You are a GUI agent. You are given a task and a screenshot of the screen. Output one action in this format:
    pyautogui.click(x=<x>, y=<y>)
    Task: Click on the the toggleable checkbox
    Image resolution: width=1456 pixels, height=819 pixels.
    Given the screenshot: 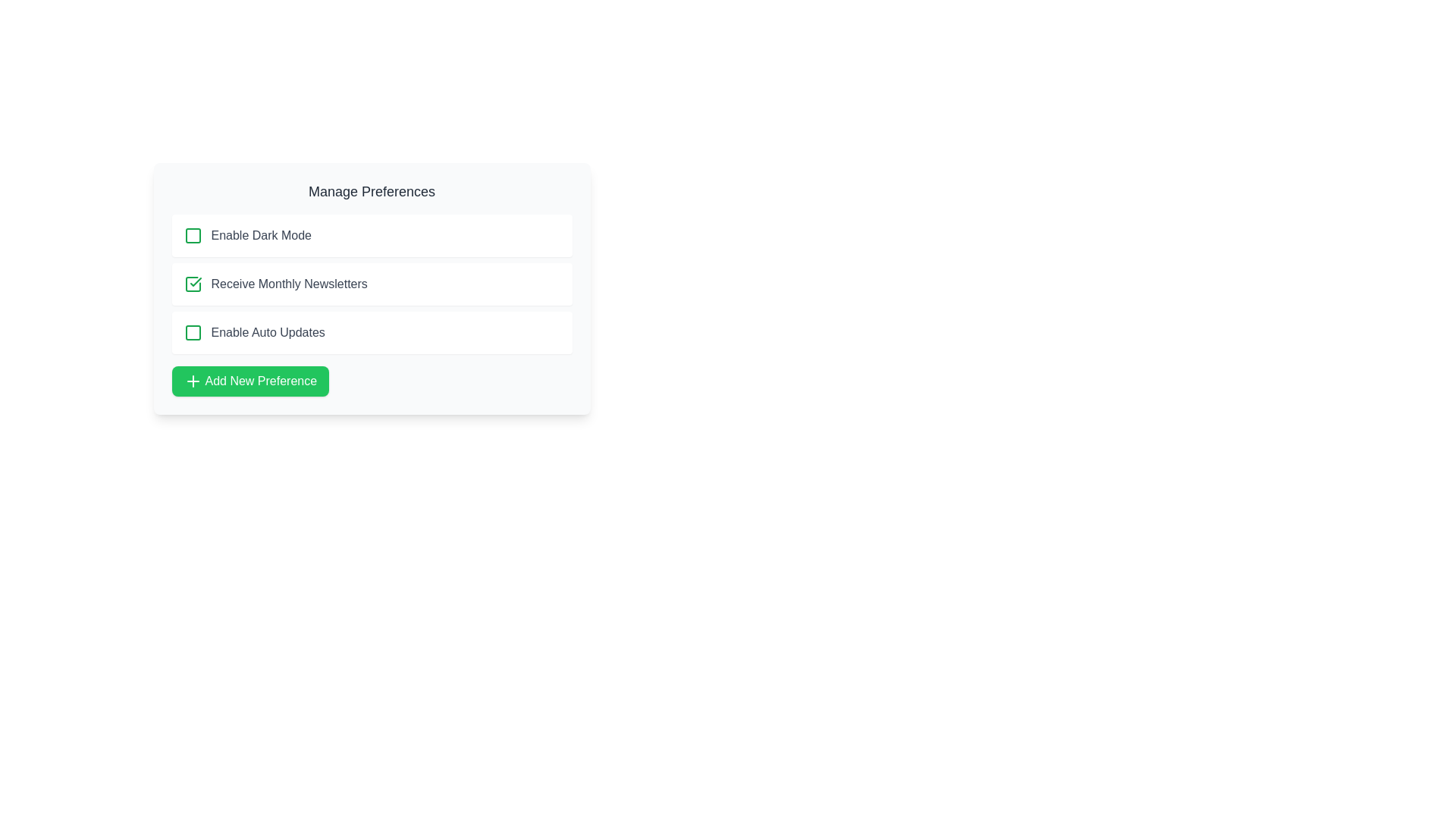 What is the action you would take?
    pyautogui.click(x=192, y=332)
    